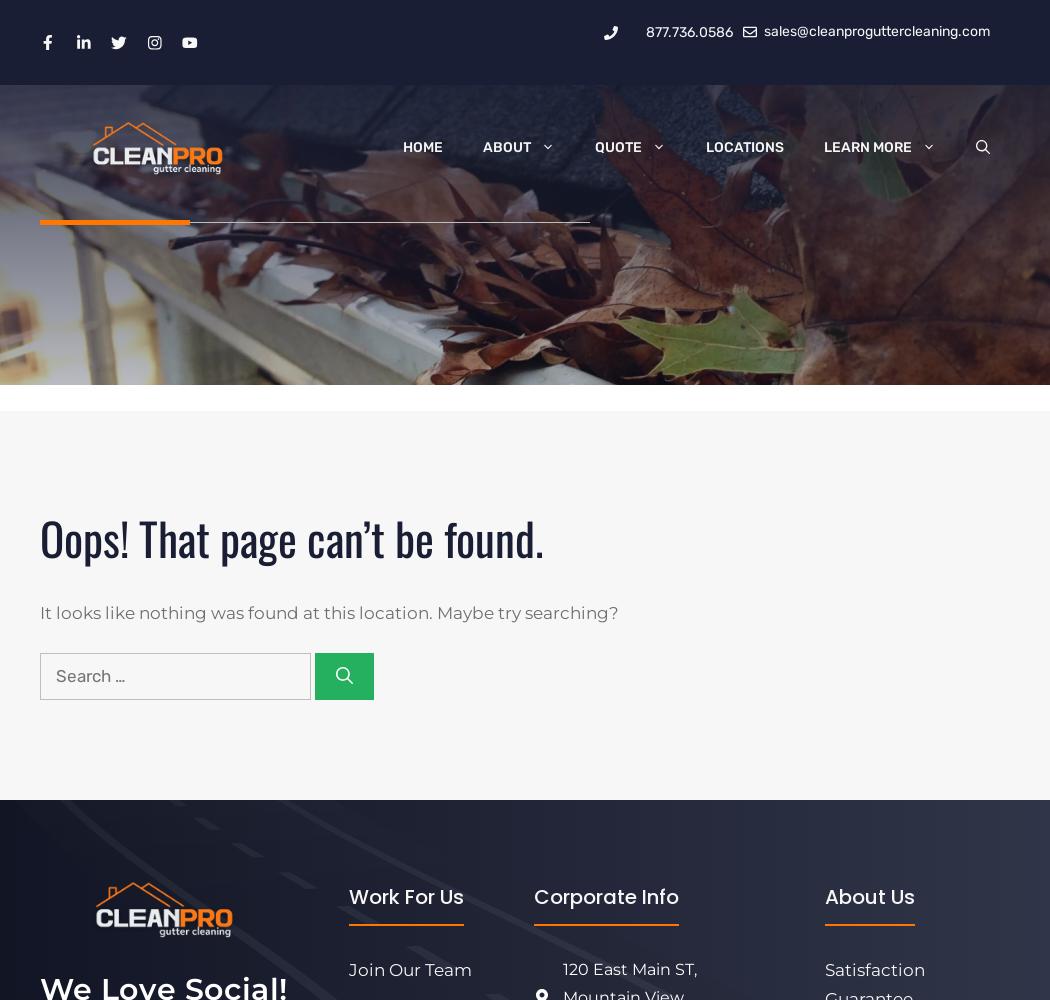  Describe the element at coordinates (689, 32) in the screenshot. I see `'877.736.0586'` at that location.